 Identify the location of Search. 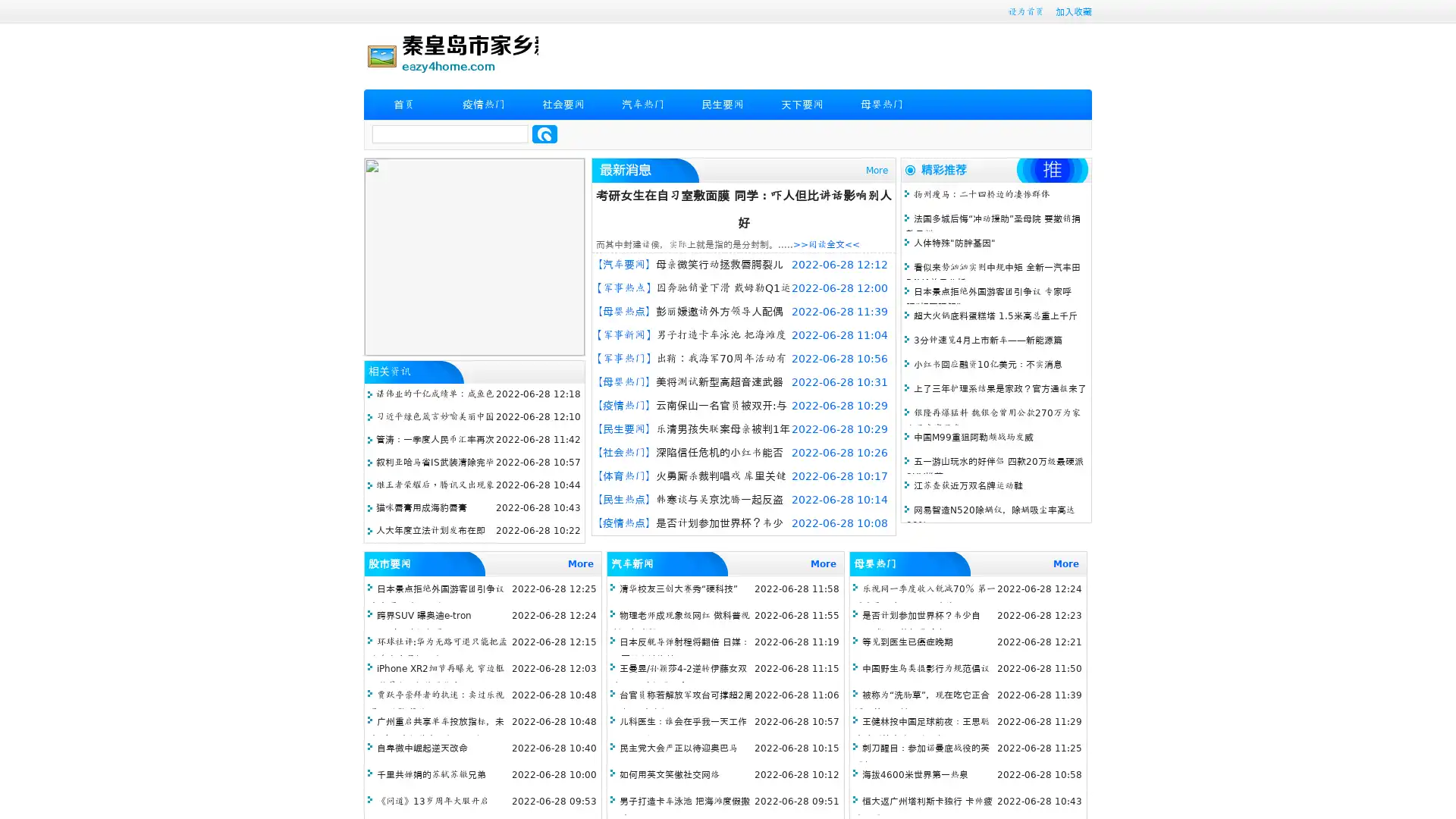
(544, 133).